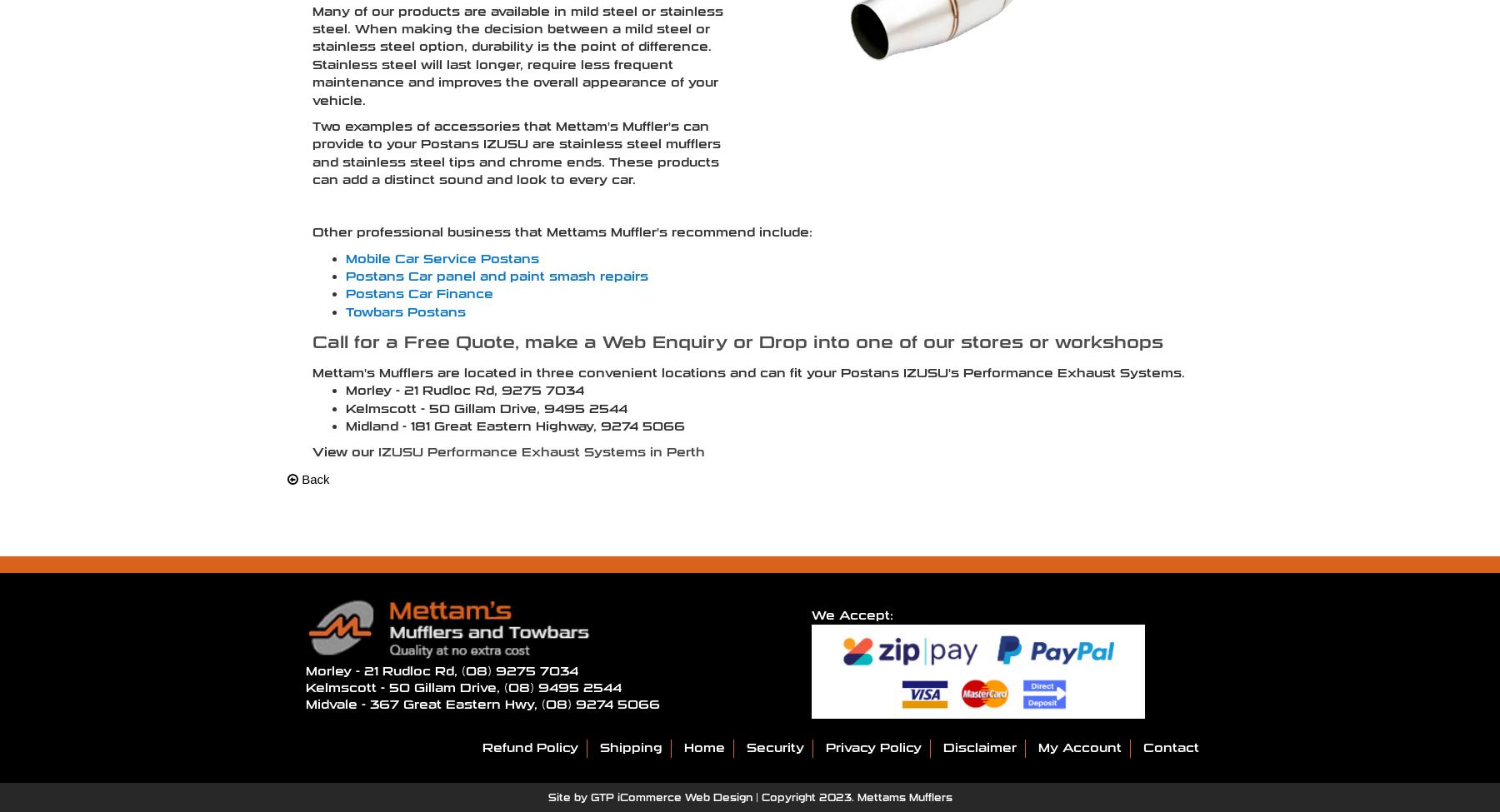 The height and width of the screenshot is (812, 1500). I want to click on 'Shipping', so click(629, 746).